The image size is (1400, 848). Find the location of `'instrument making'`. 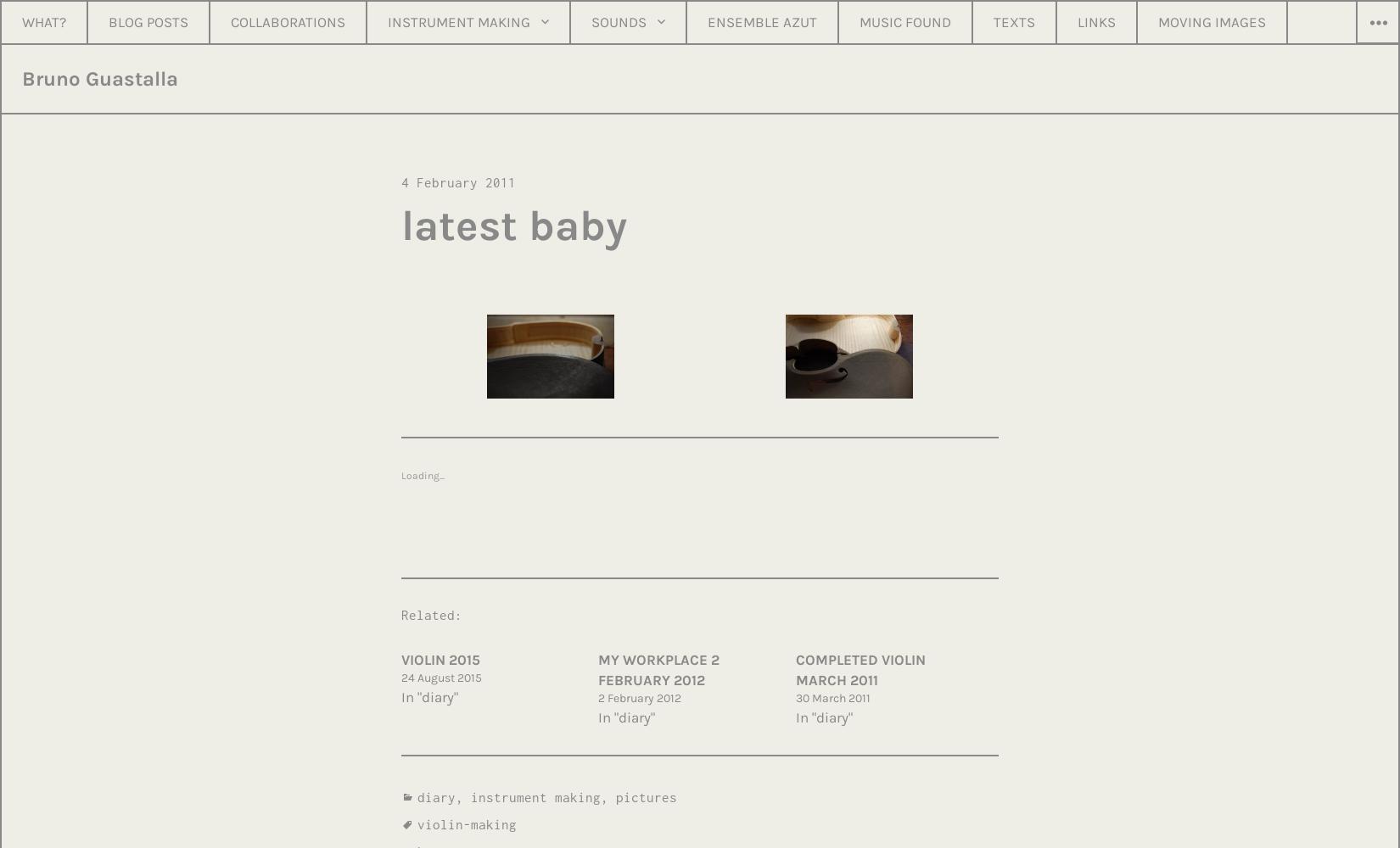

'instrument making' is located at coordinates (535, 795).